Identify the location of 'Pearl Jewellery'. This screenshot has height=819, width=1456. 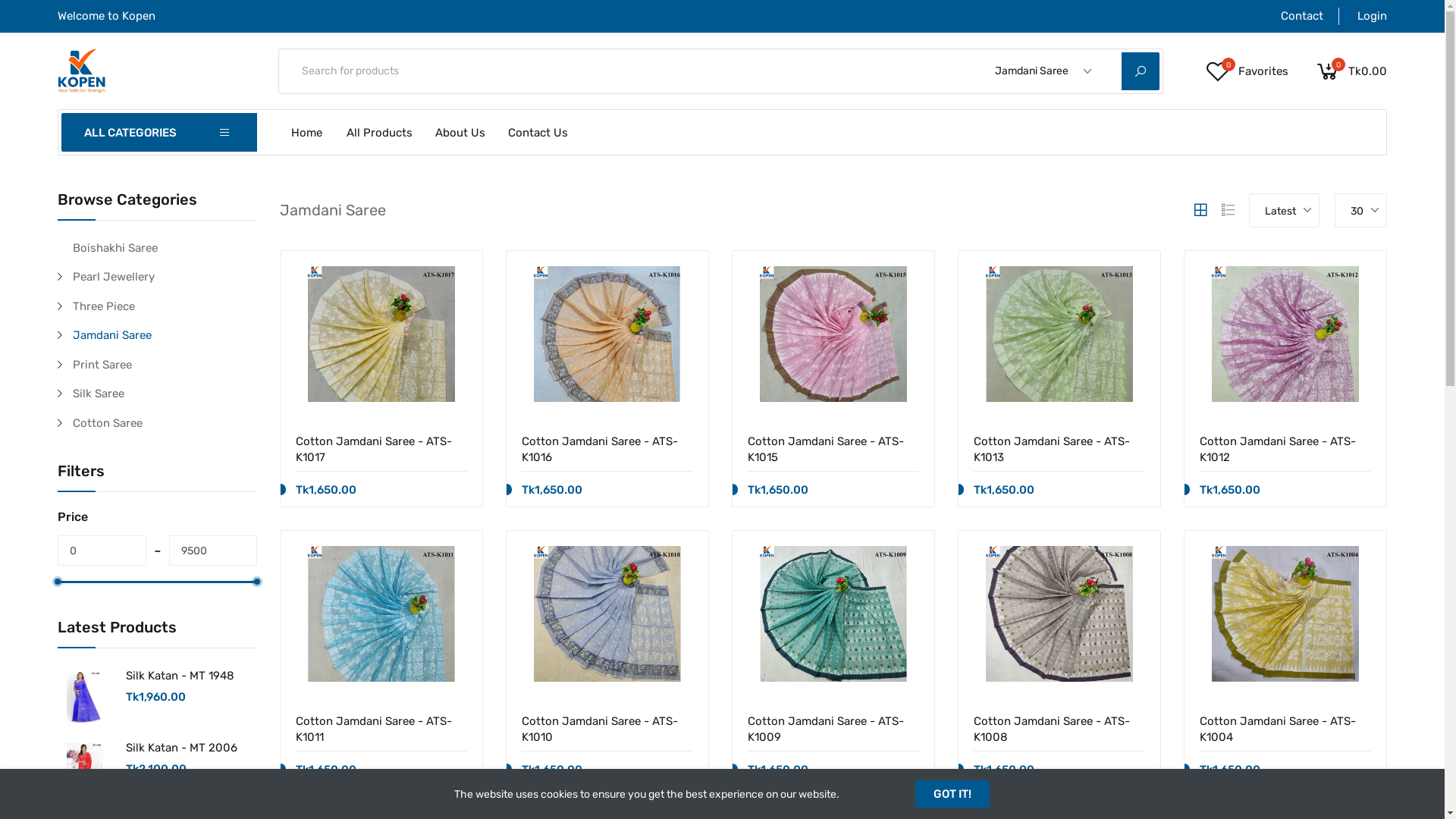
(165, 277).